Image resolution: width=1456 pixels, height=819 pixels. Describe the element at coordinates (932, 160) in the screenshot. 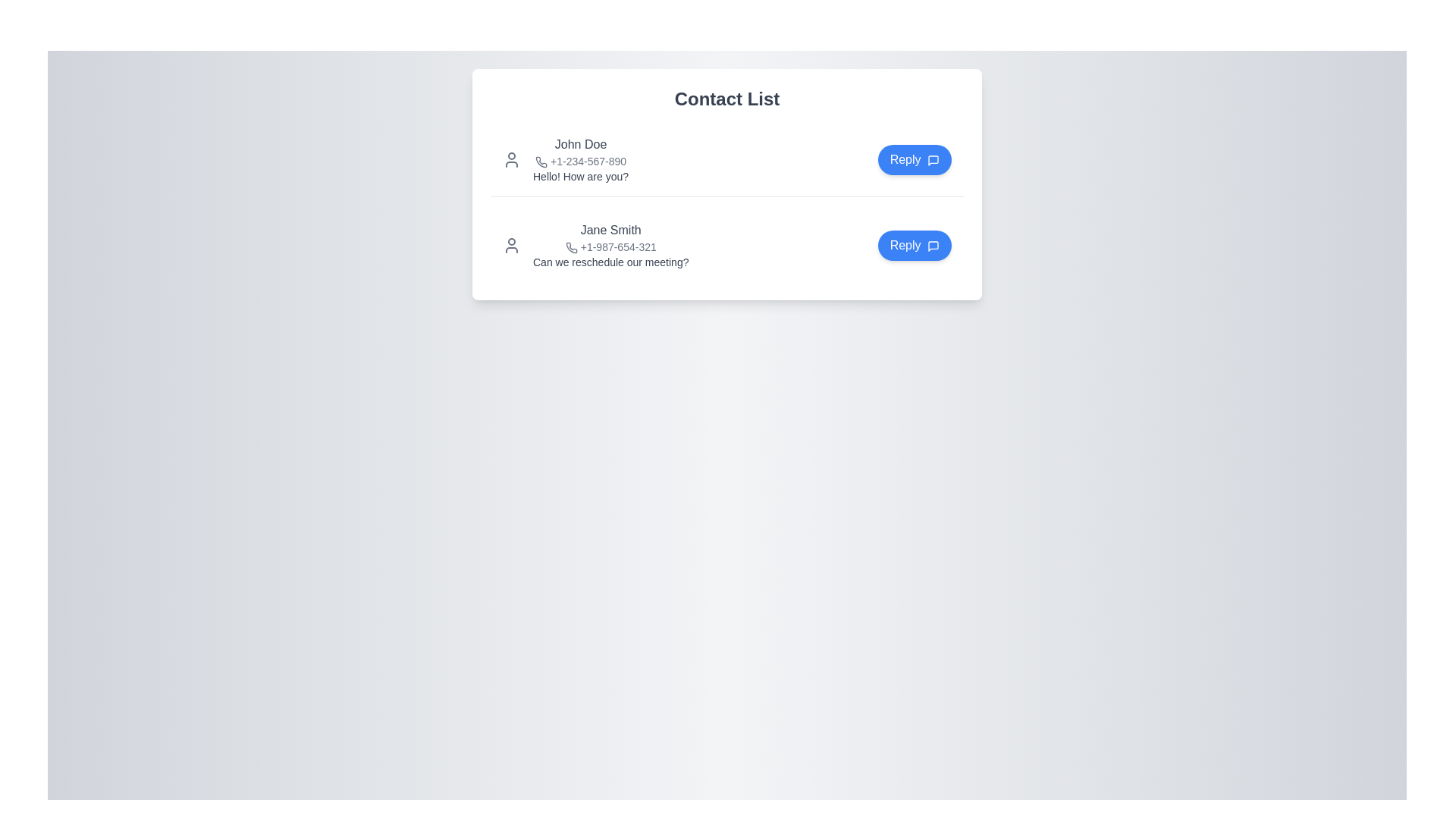

I see `the small speech bubble icon located inside the blue 'Reply' button, to the right of the text 'John Doe', to initiate a message` at that location.